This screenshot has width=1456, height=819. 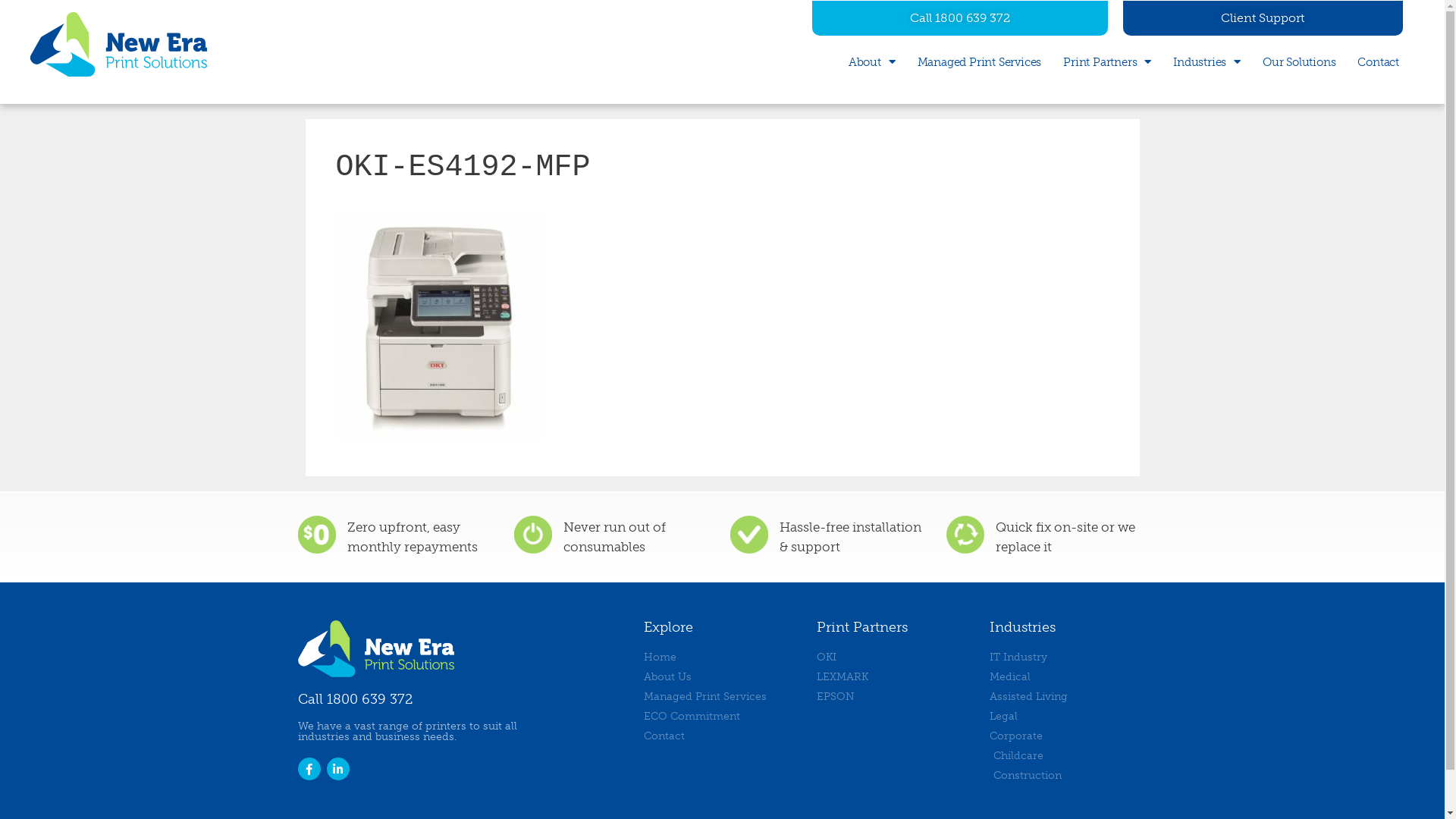 I want to click on 'Home', so click(x=720, y=656).